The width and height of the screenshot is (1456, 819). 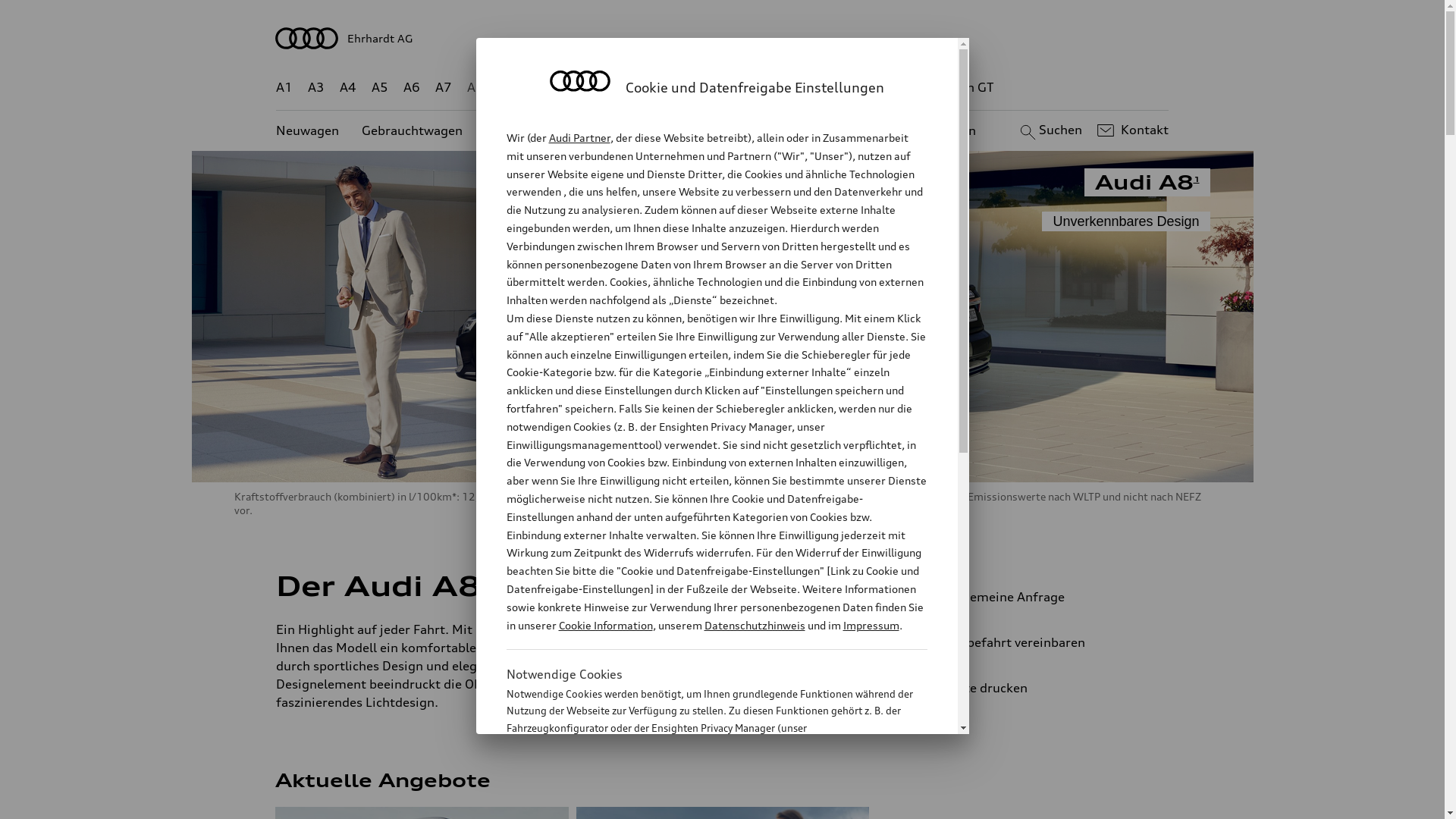 What do you see at coordinates (754, 625) in the screenshot?
I see `'Datenschutzhinweis'` at bounding box center [754, 625].